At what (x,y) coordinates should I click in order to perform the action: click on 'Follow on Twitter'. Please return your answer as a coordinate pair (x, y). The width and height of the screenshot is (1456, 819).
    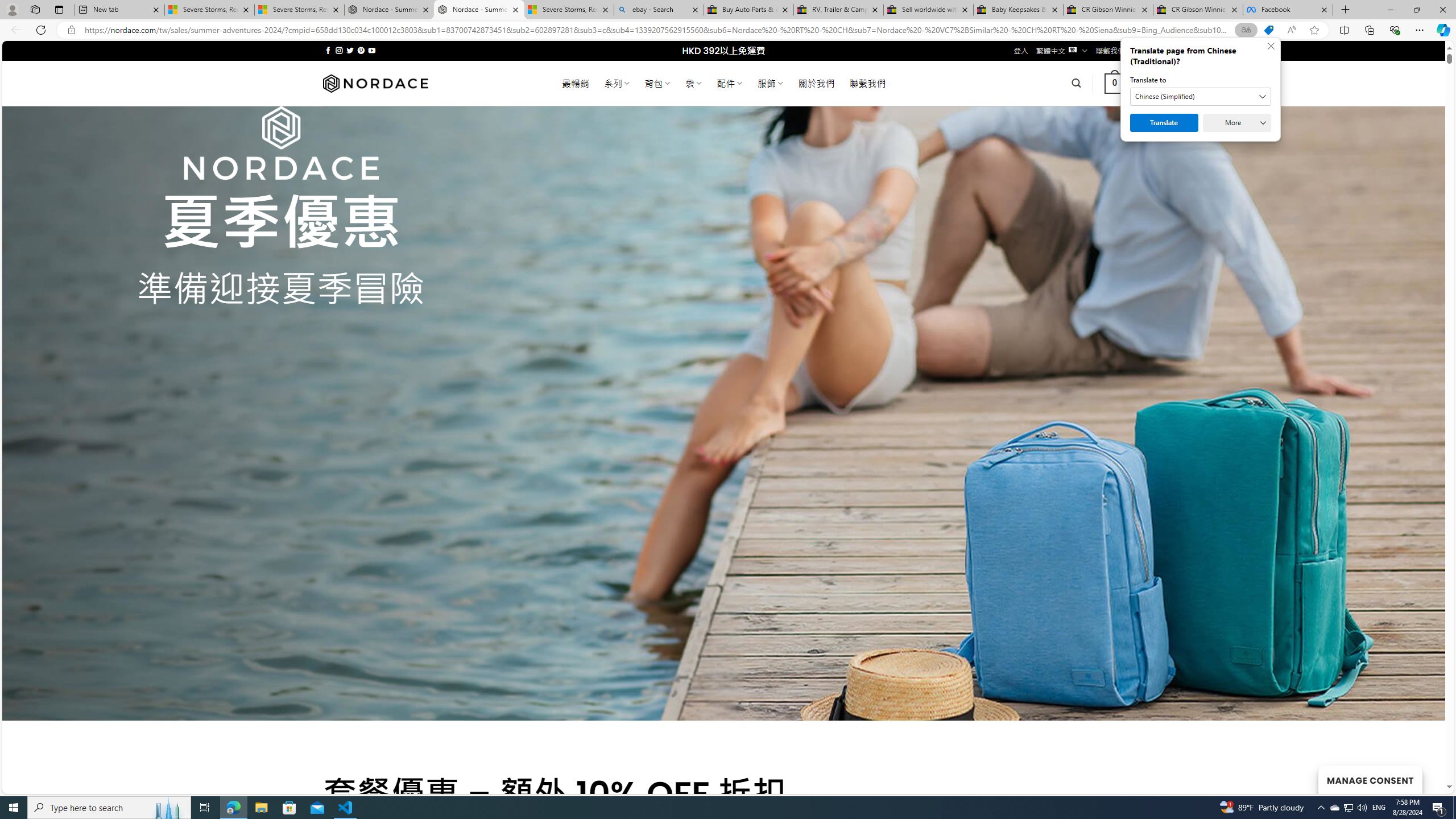
    Looking at the image, I should click on (350, 50).